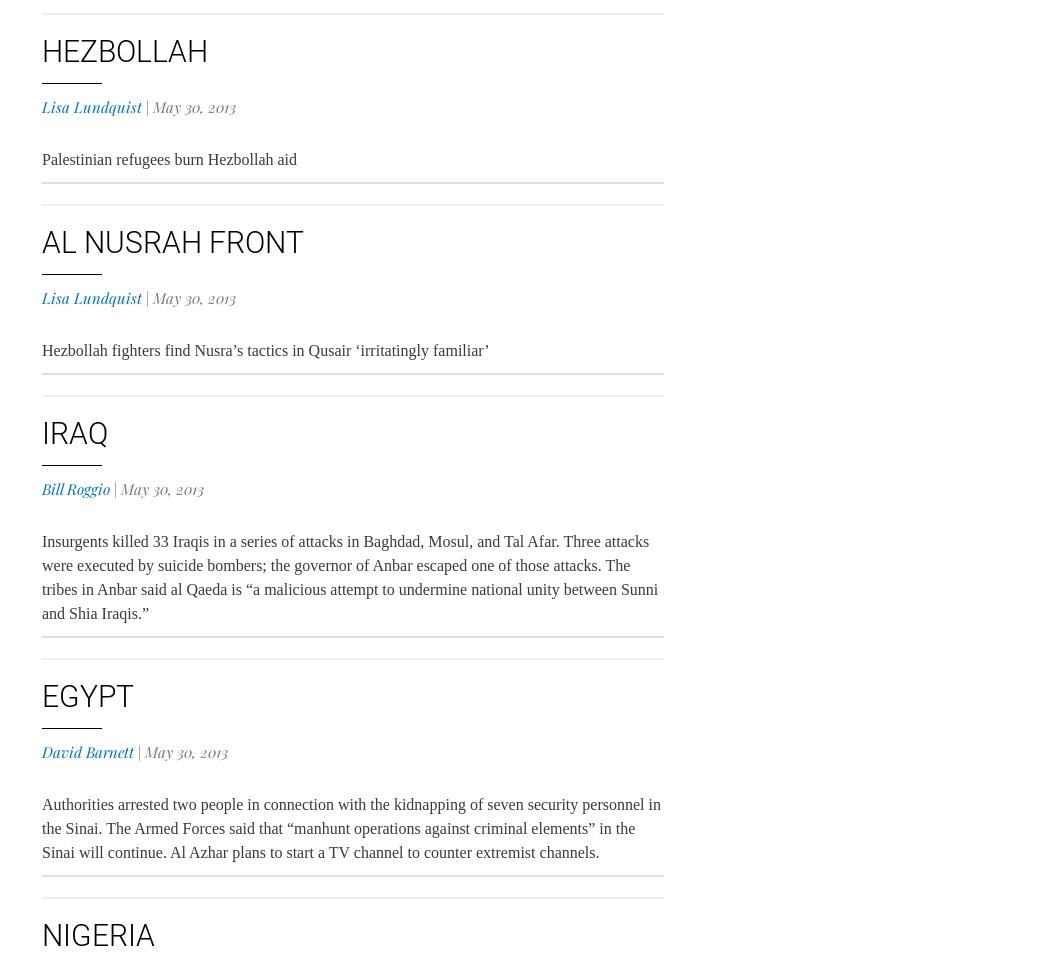  I want to click on 'Palestinian refugees burn Hezbollah aid', so click(168, 159).